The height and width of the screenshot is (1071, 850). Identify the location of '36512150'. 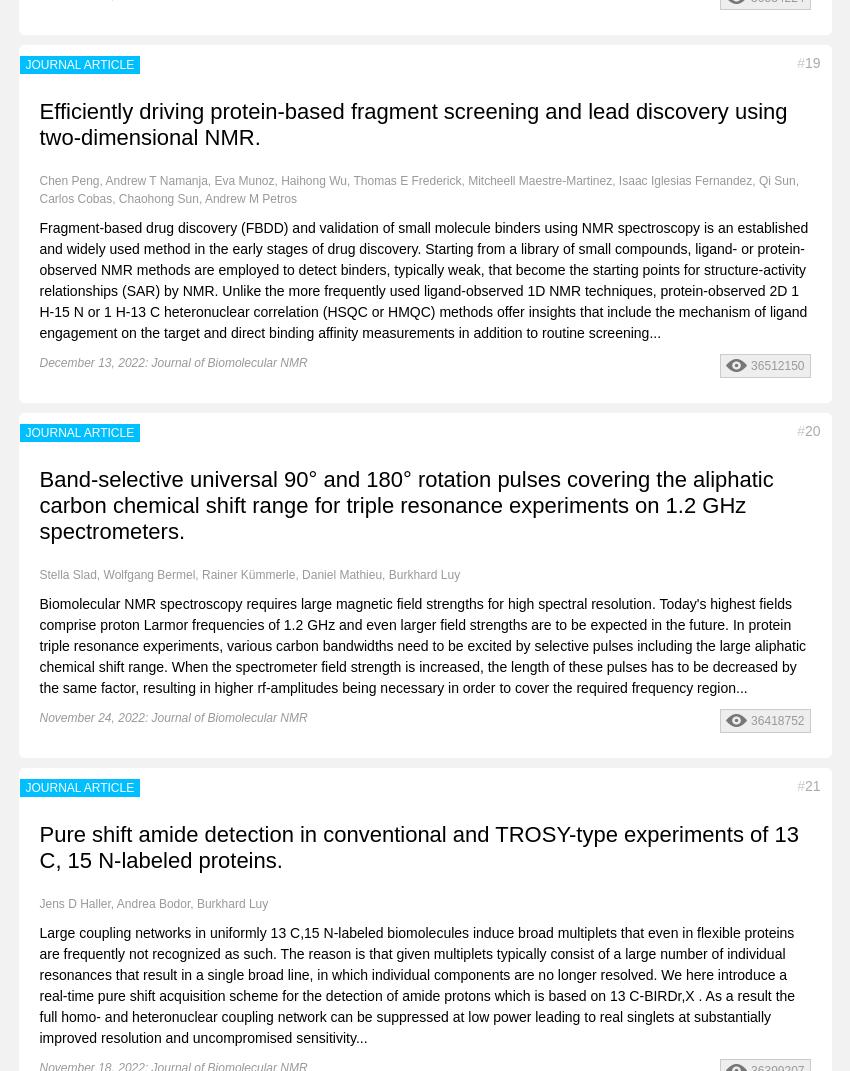
(776, 363).